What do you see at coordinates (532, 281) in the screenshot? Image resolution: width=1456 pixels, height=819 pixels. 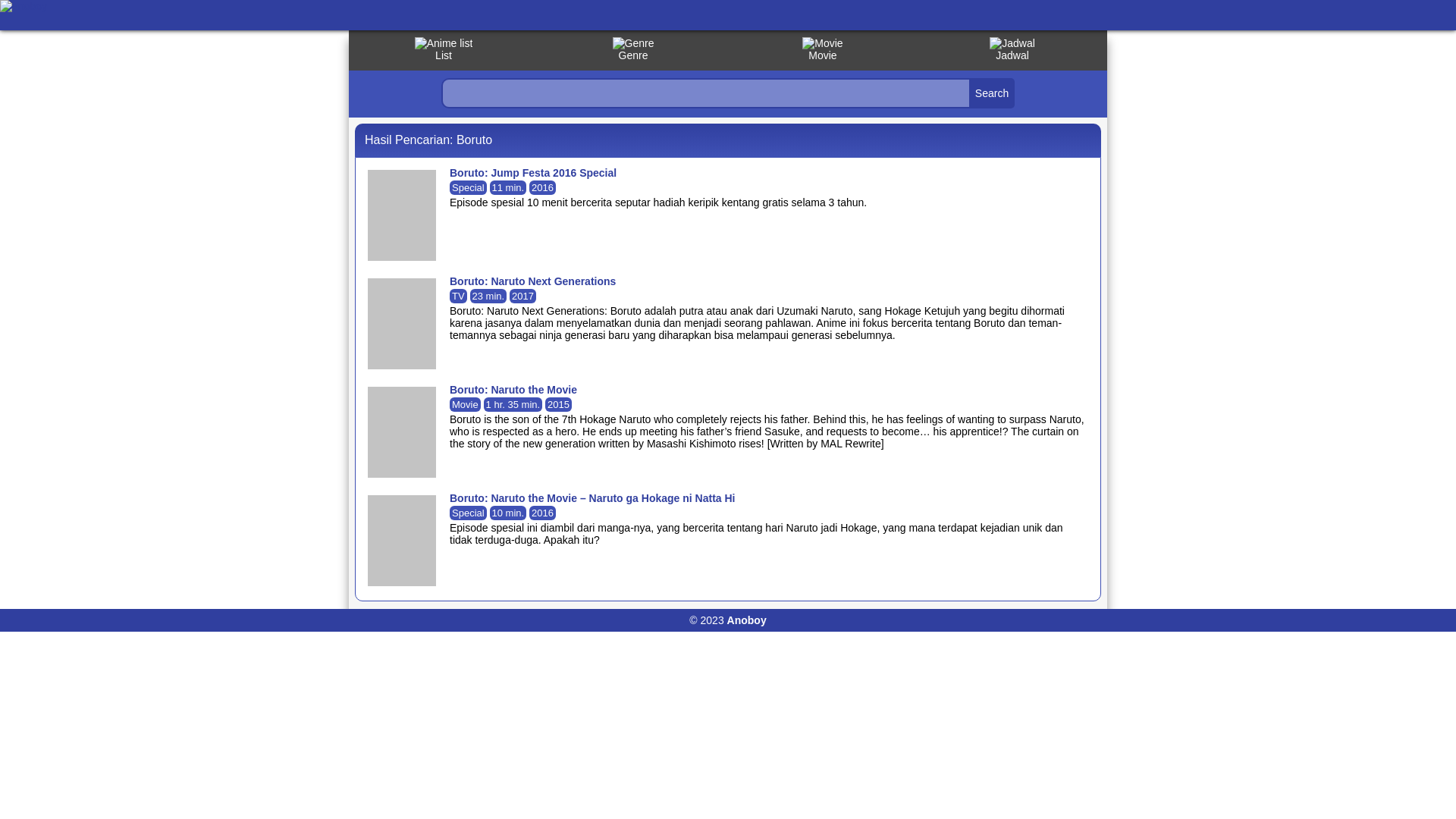 I see `'Boruto: Naruto Next Generations'` at bounding box center [532, 281].